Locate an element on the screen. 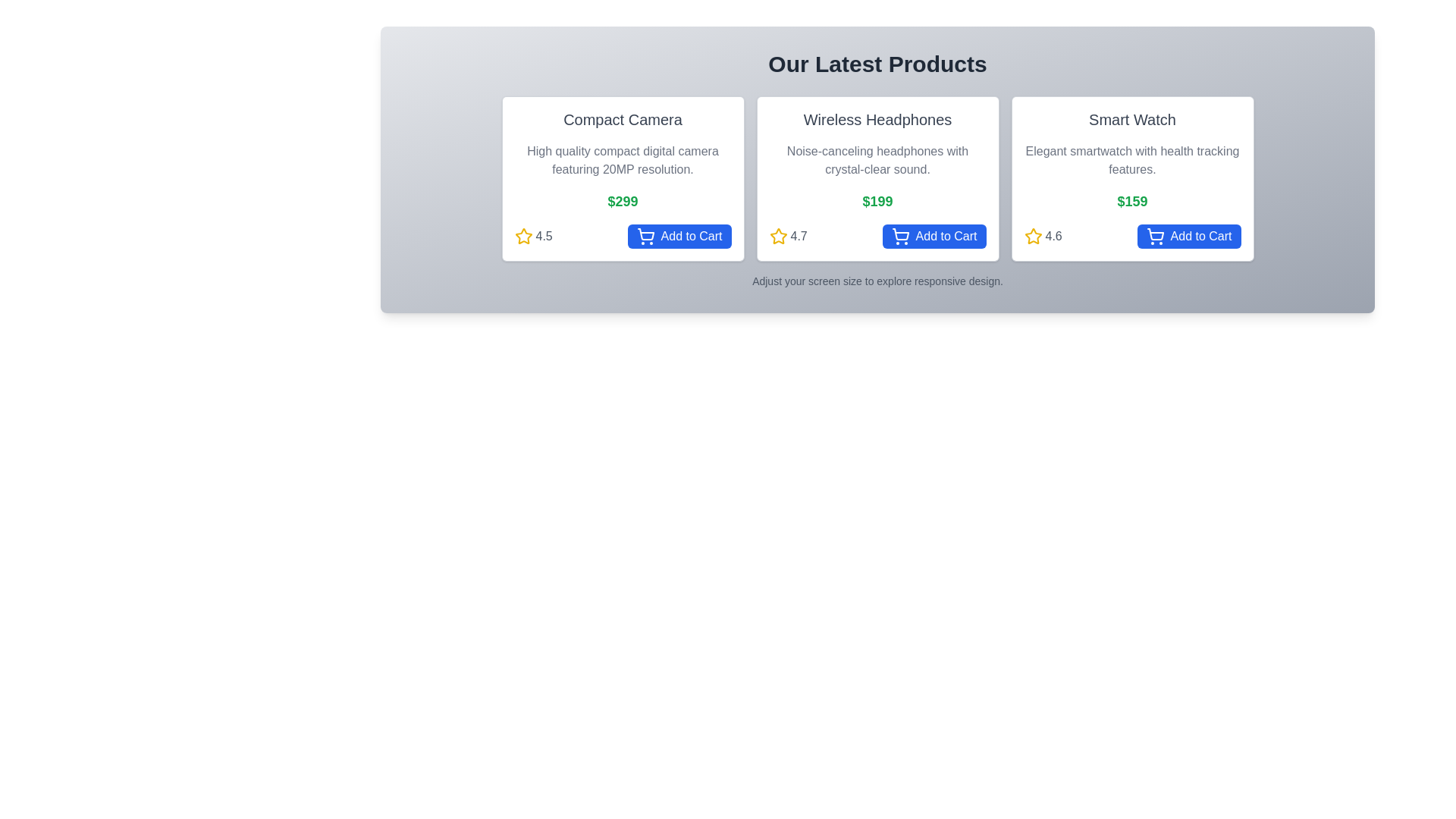  the Rating Display element located in the product card for the Compact Camera, which is positioned near the bottom-left corner of the card, above the Add to Cart button is located at coordinates (533, 237).